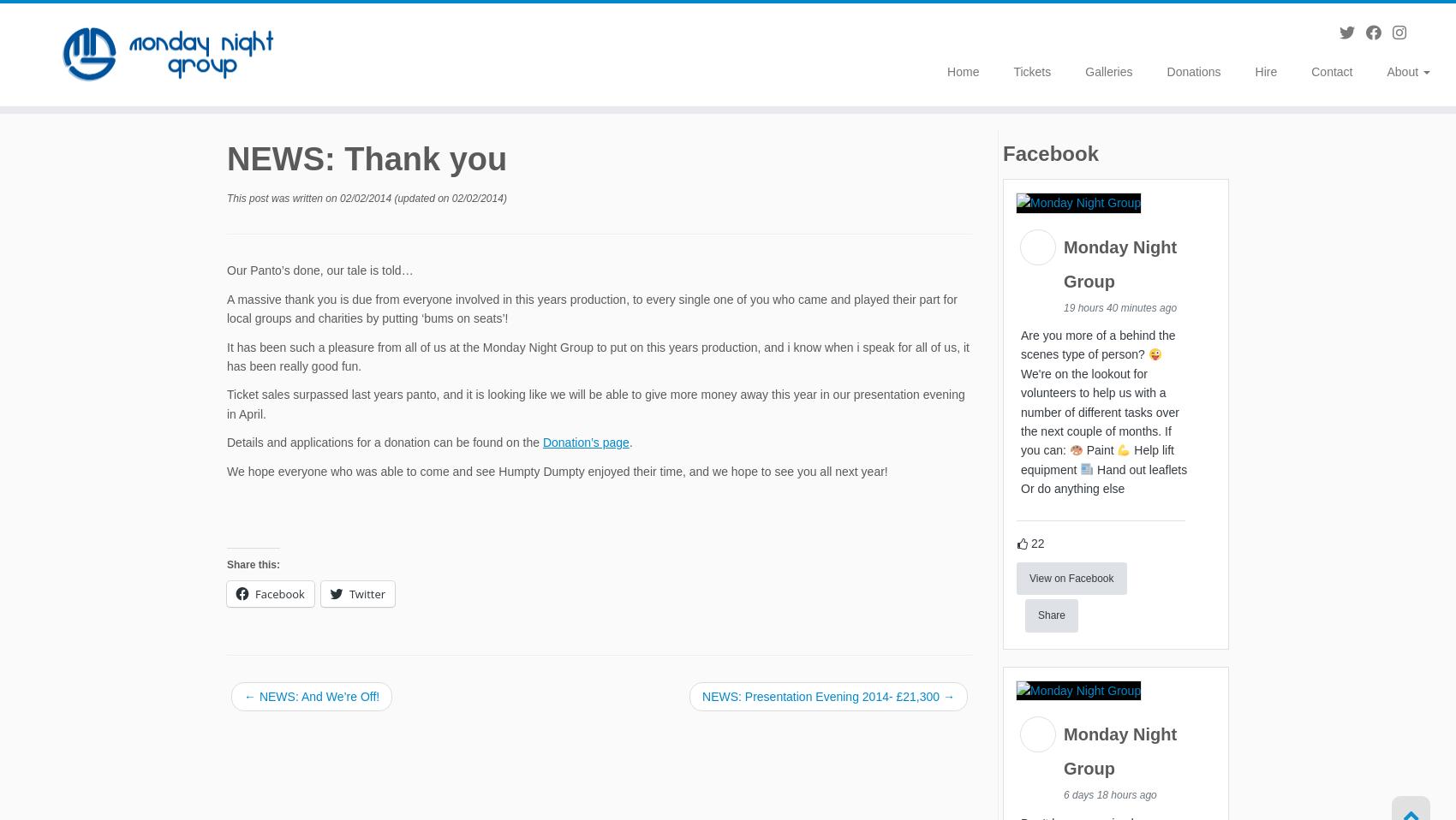 This screenshot has width=1456, height=820. Describe the element at coordinates (1097, 348) in the screenshot. I see `'Are you more of a behind the scenes type of person?'` at that location.